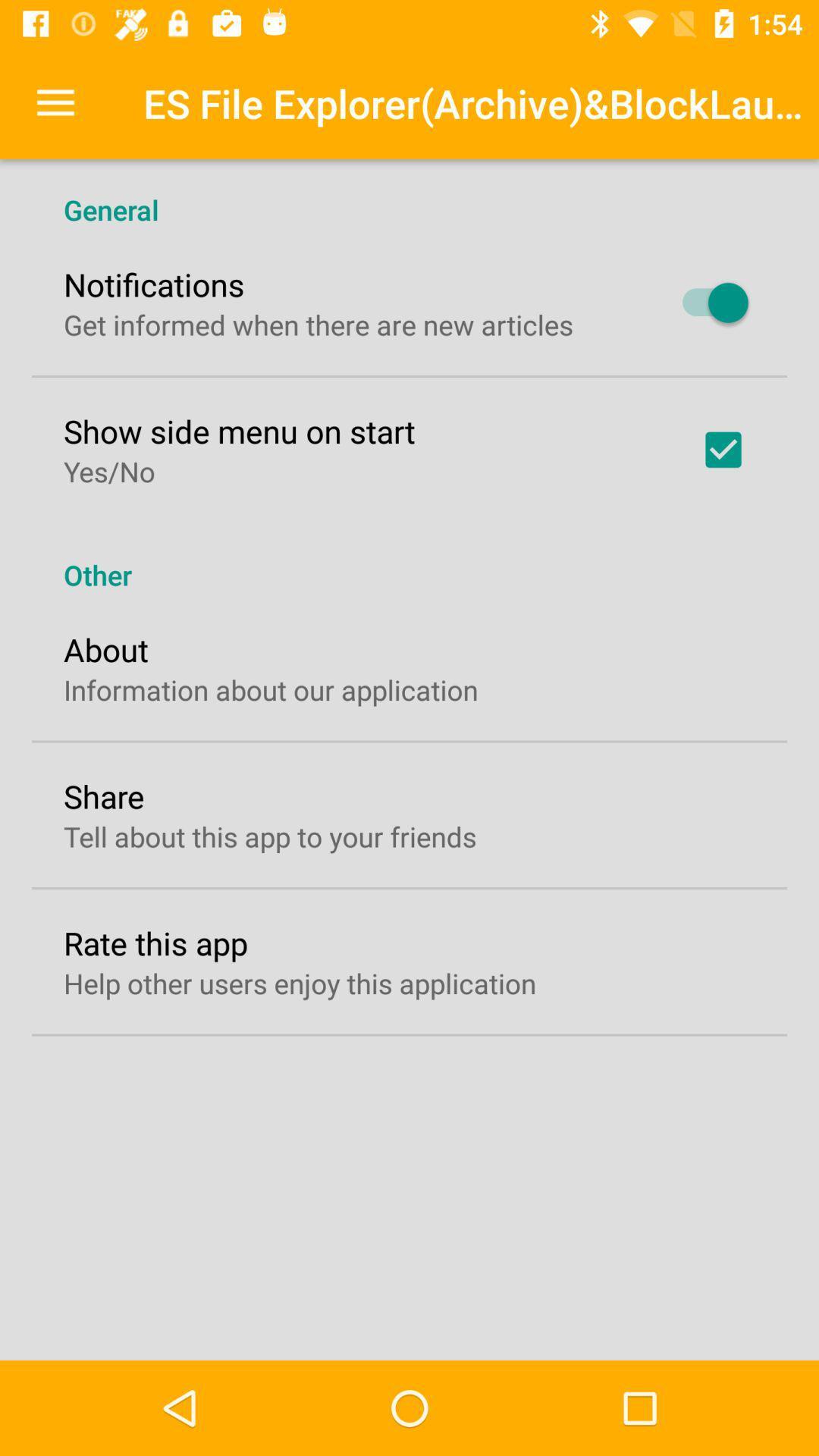  Describe the element at coordinates (270, 689) in the screenshot. I see `the information about our item` at that location.